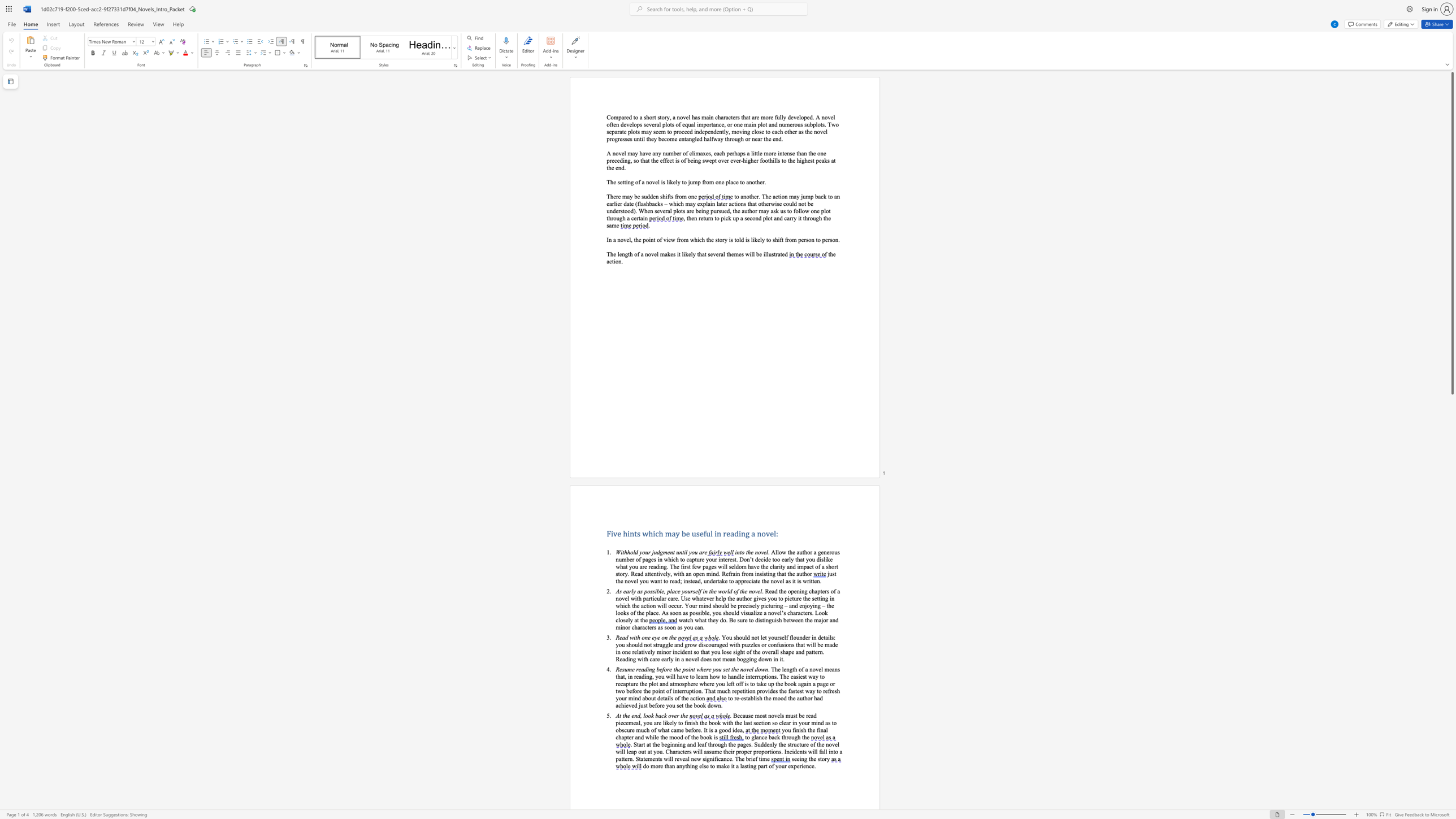 The height and width of the screenshot is (819, 1456). What do you see at coordinates (714, 730) in the screenshot?
I see `the subset text "a good idea" within the text "a good idea"` at bounding box center [714, 730].